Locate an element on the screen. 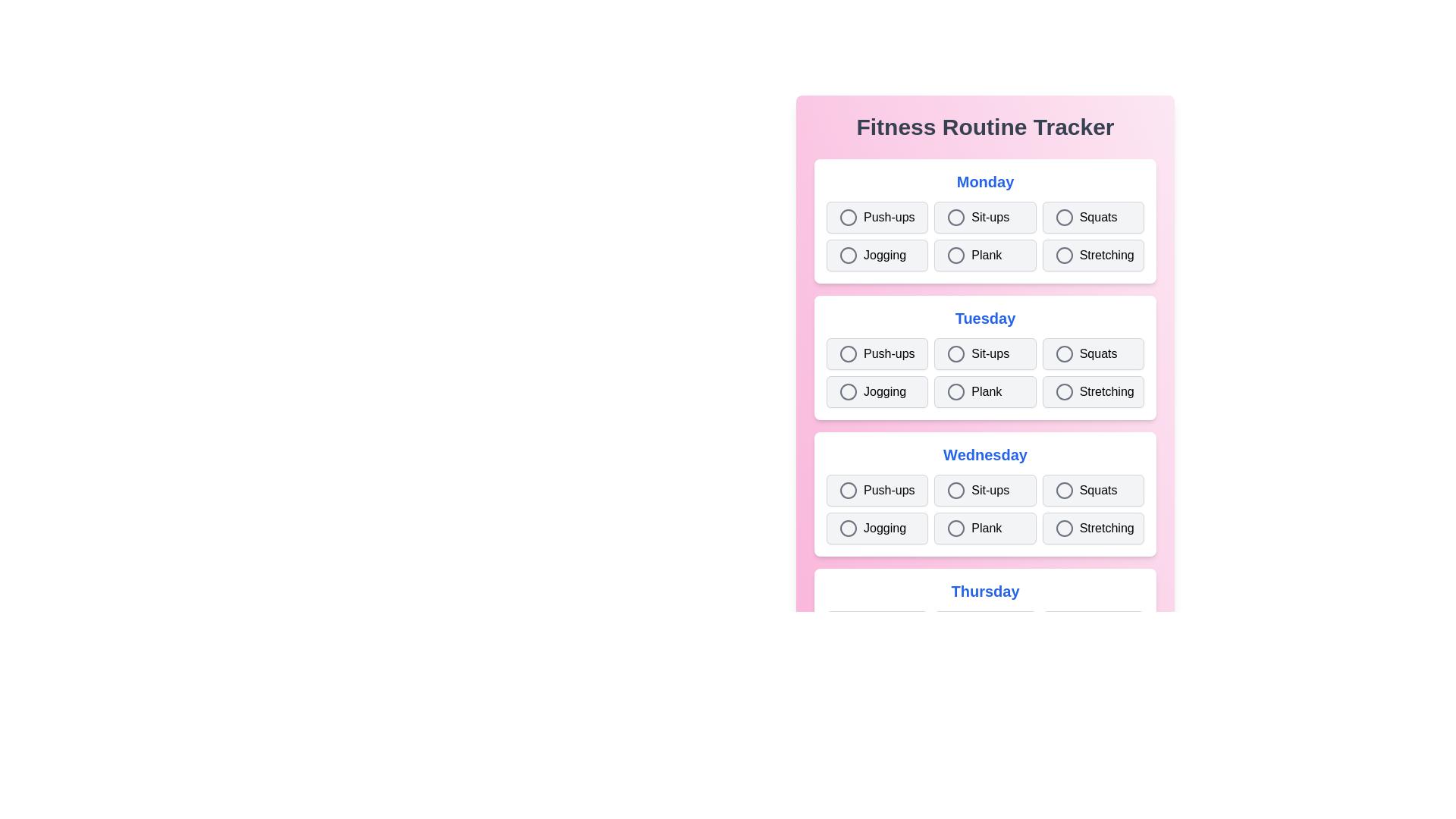 The image size is (1456, 819). the exercise Squats for the day Monday is located at coordinates (1092, 217).